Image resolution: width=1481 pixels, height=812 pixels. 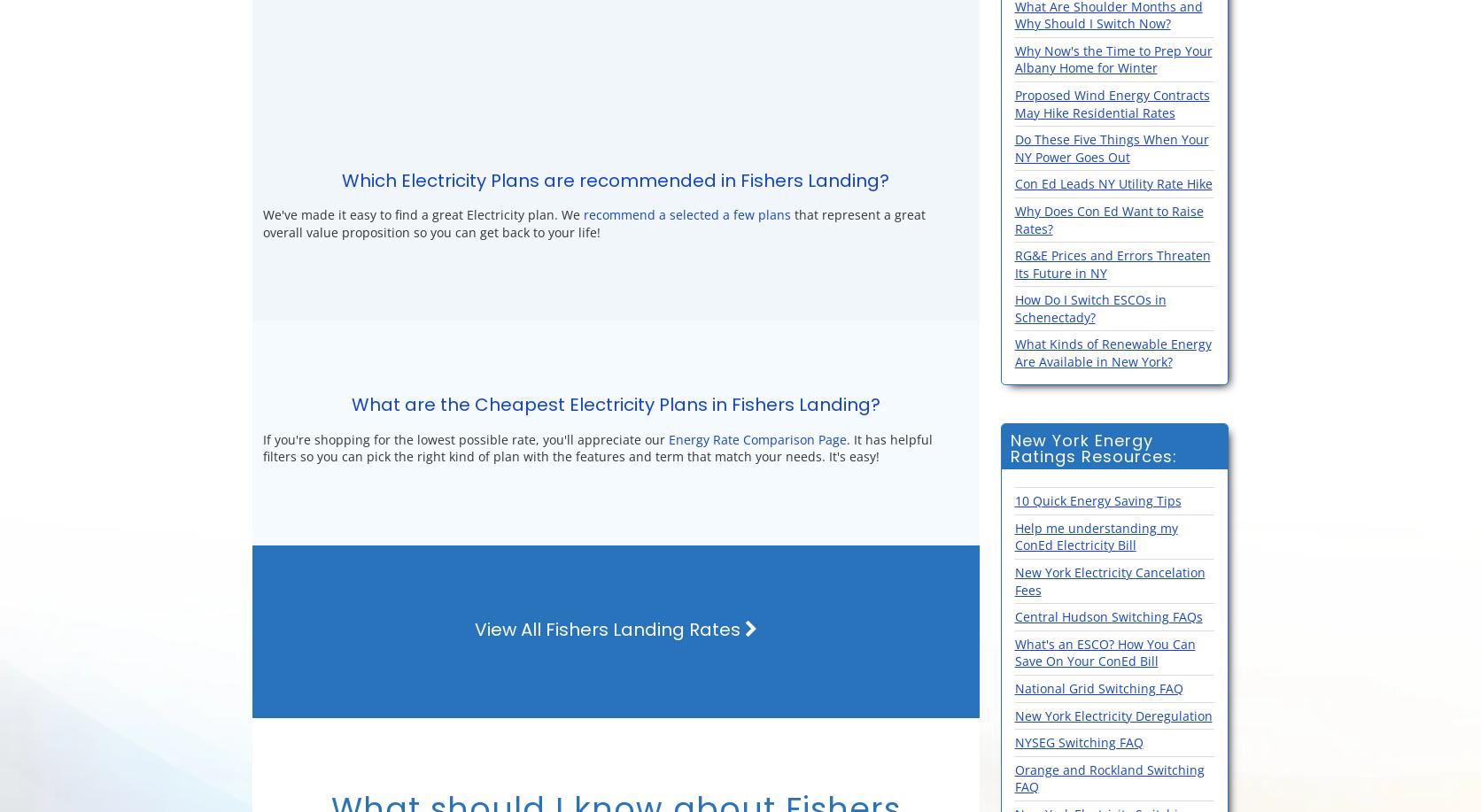 I want to click on 'Central Hudson Switching FAQs', so click(x=1106, y=616).